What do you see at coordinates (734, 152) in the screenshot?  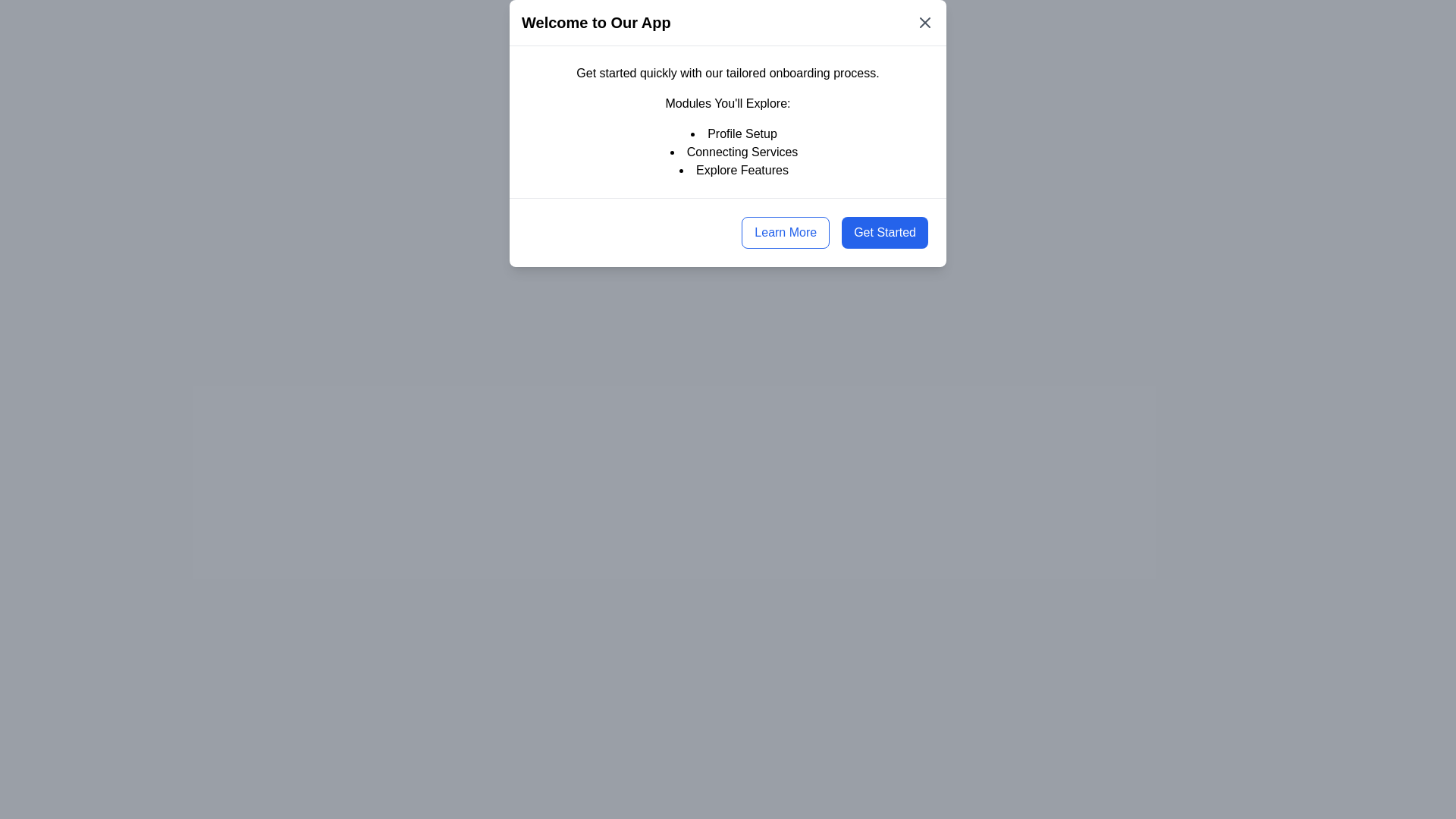 I see `the second item in the ordered list of onboarding modules titled 'Connecting Services', which is positioned below 'Profile Setup' and above 'Explore Features'` at bounding box center [734, 152].